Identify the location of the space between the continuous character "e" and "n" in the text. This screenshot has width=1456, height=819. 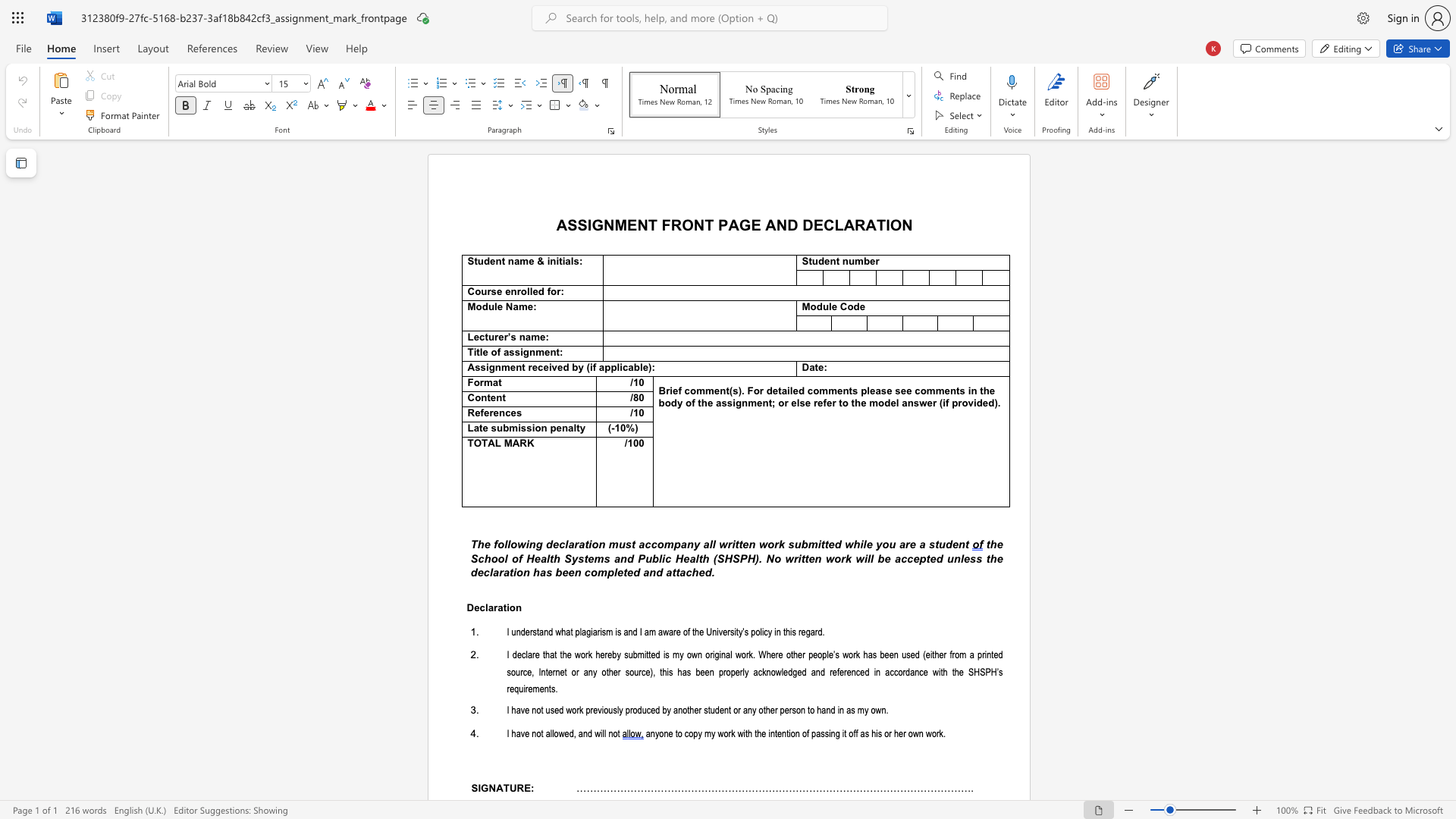
(510, 292).